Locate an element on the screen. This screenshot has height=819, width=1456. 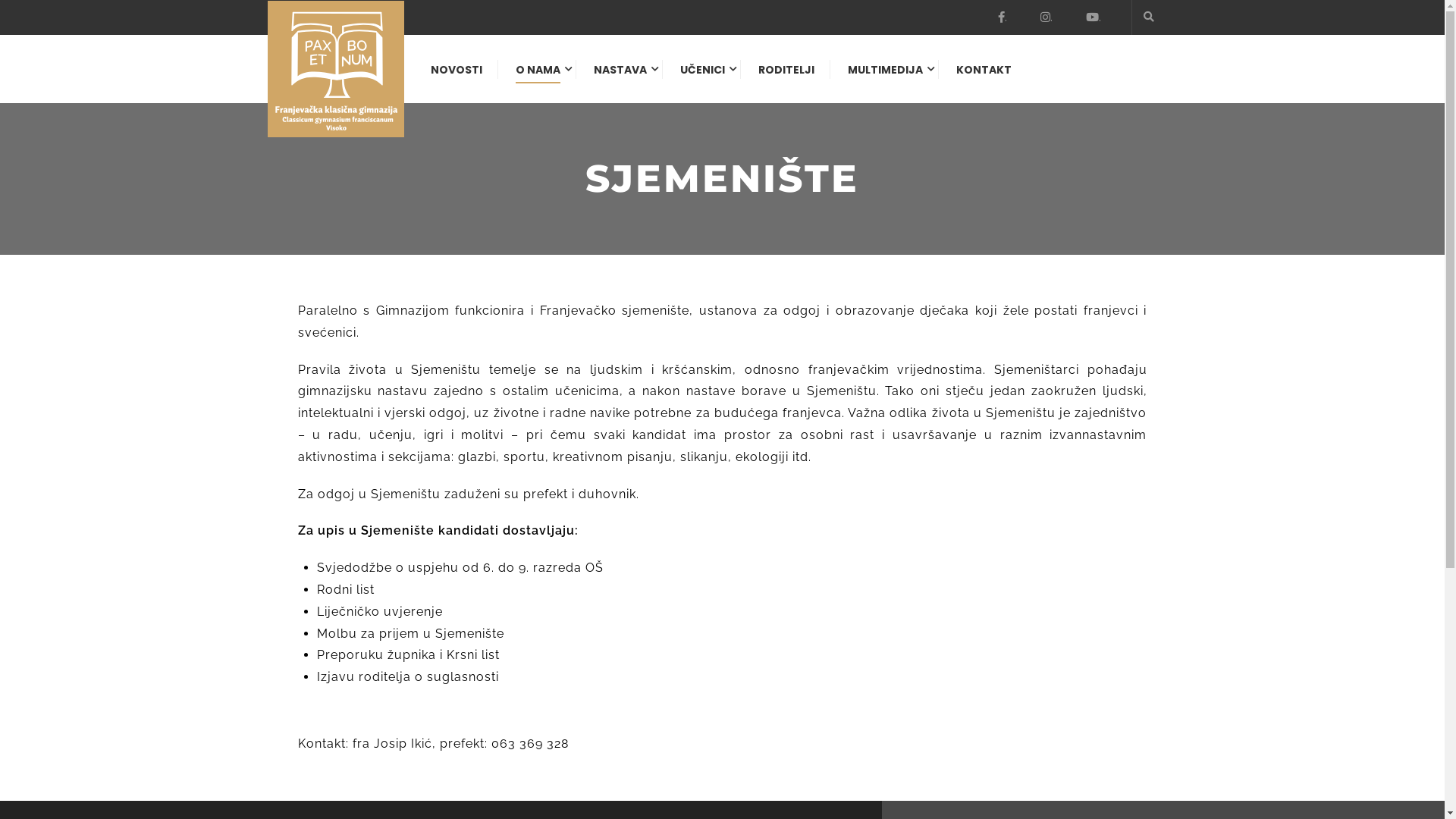
'O NAMA' is located at coordinates (500, 76).